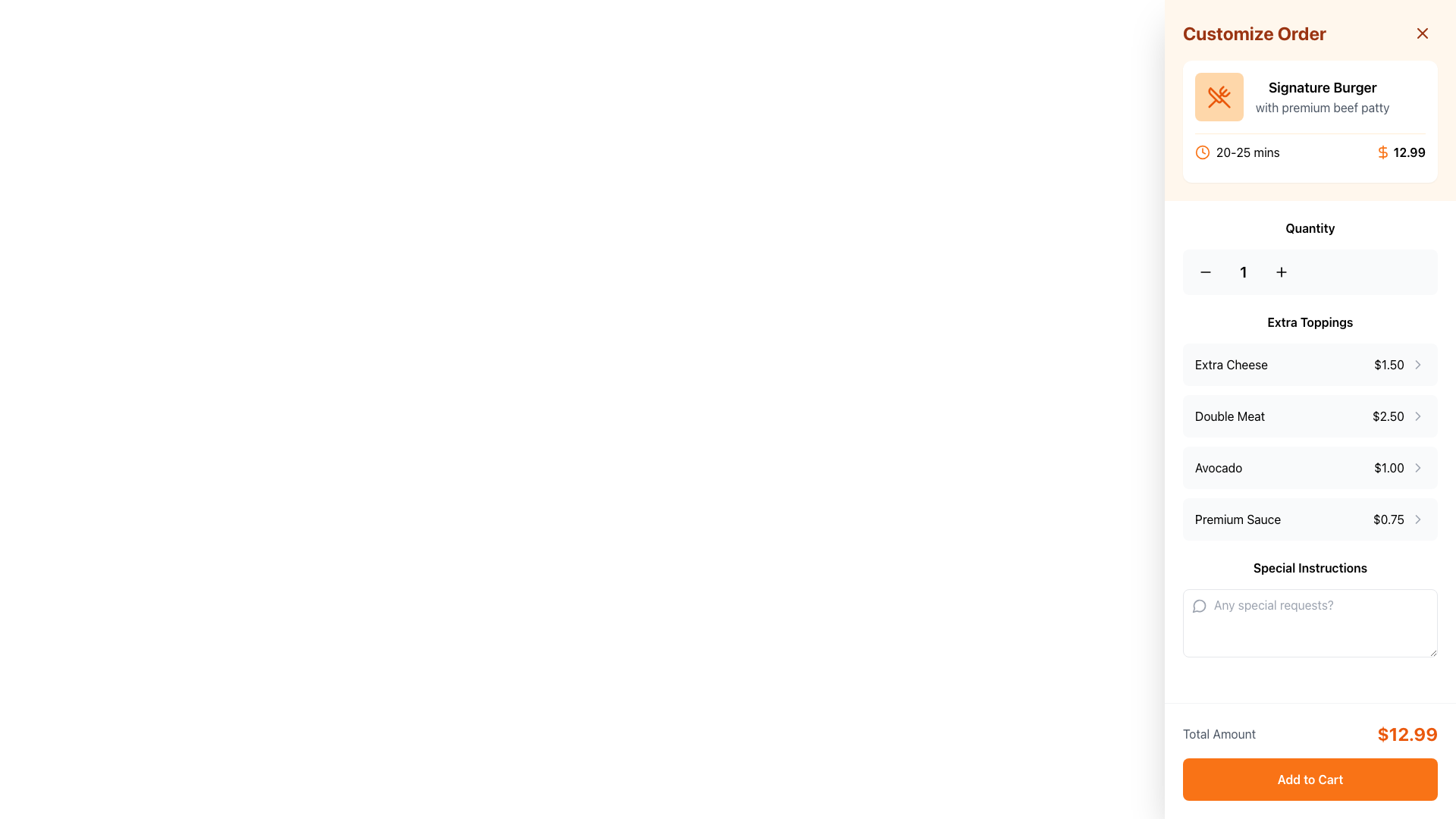 The image size is (1456, 819). Describe the element at coordinates (1398, 416) in the screenshot. I see `the text element displaying the price '$2.50' with a right-pointing chevron icon, located adjacent to the 'Double Meat' entry in the 'Extra Toppings' section` at that location.